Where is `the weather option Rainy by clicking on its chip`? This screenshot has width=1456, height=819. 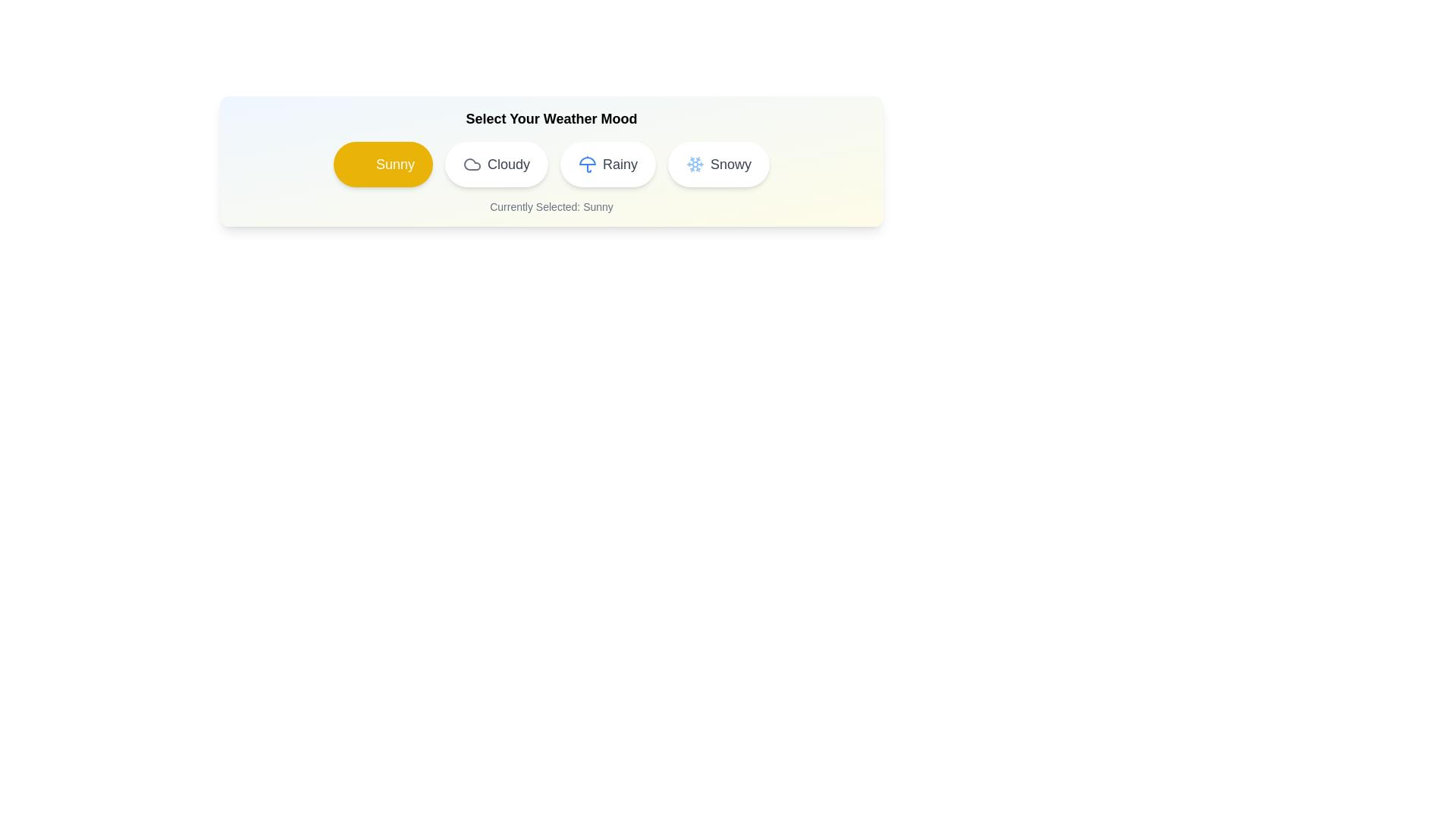
the weather option Rainy by clicking on its chip is located at coordinates (607, 164).